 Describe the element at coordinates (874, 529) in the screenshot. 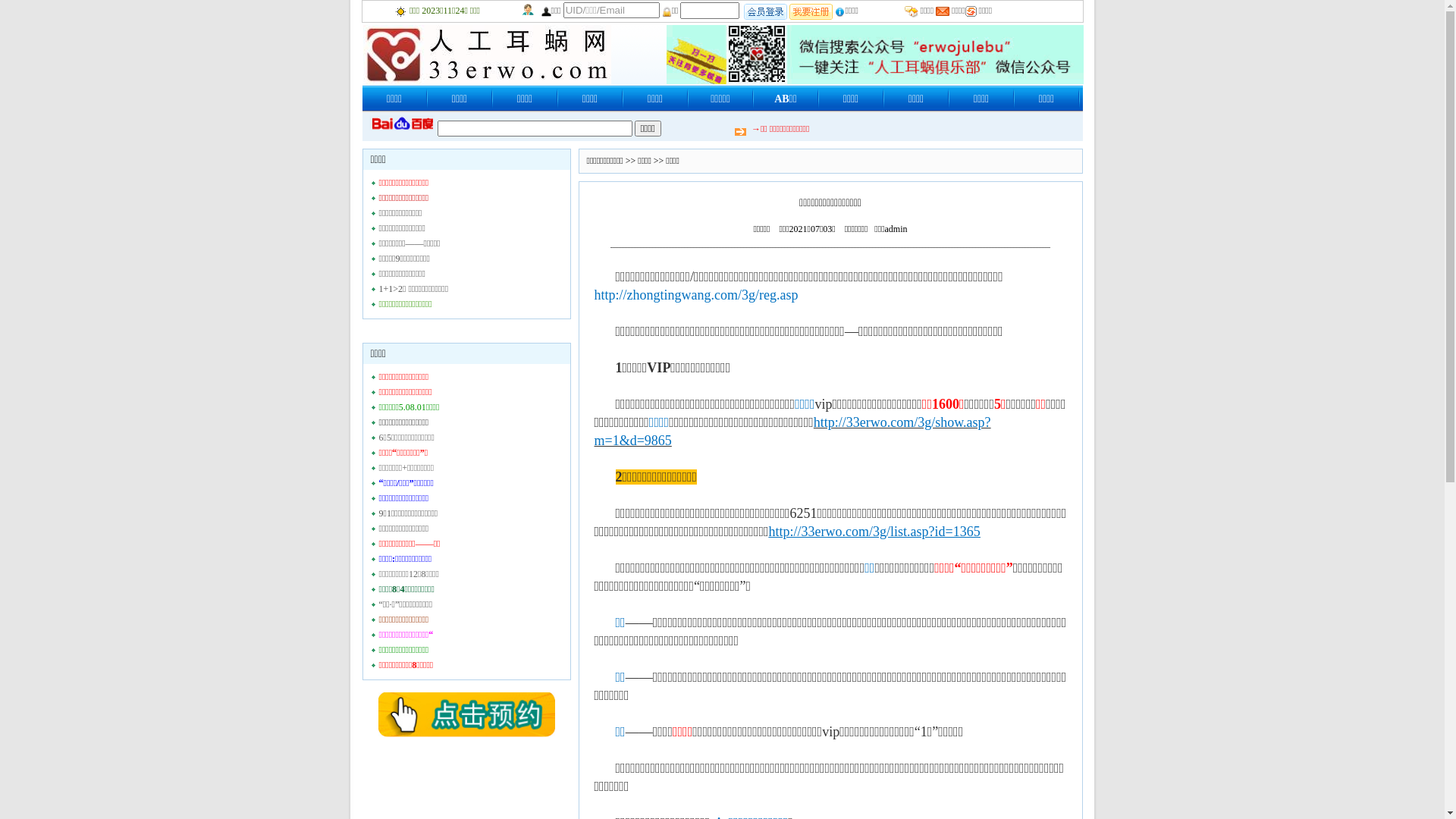

I see `'http://33erwo.com/3g/list.asp?id=1365'` at that location.